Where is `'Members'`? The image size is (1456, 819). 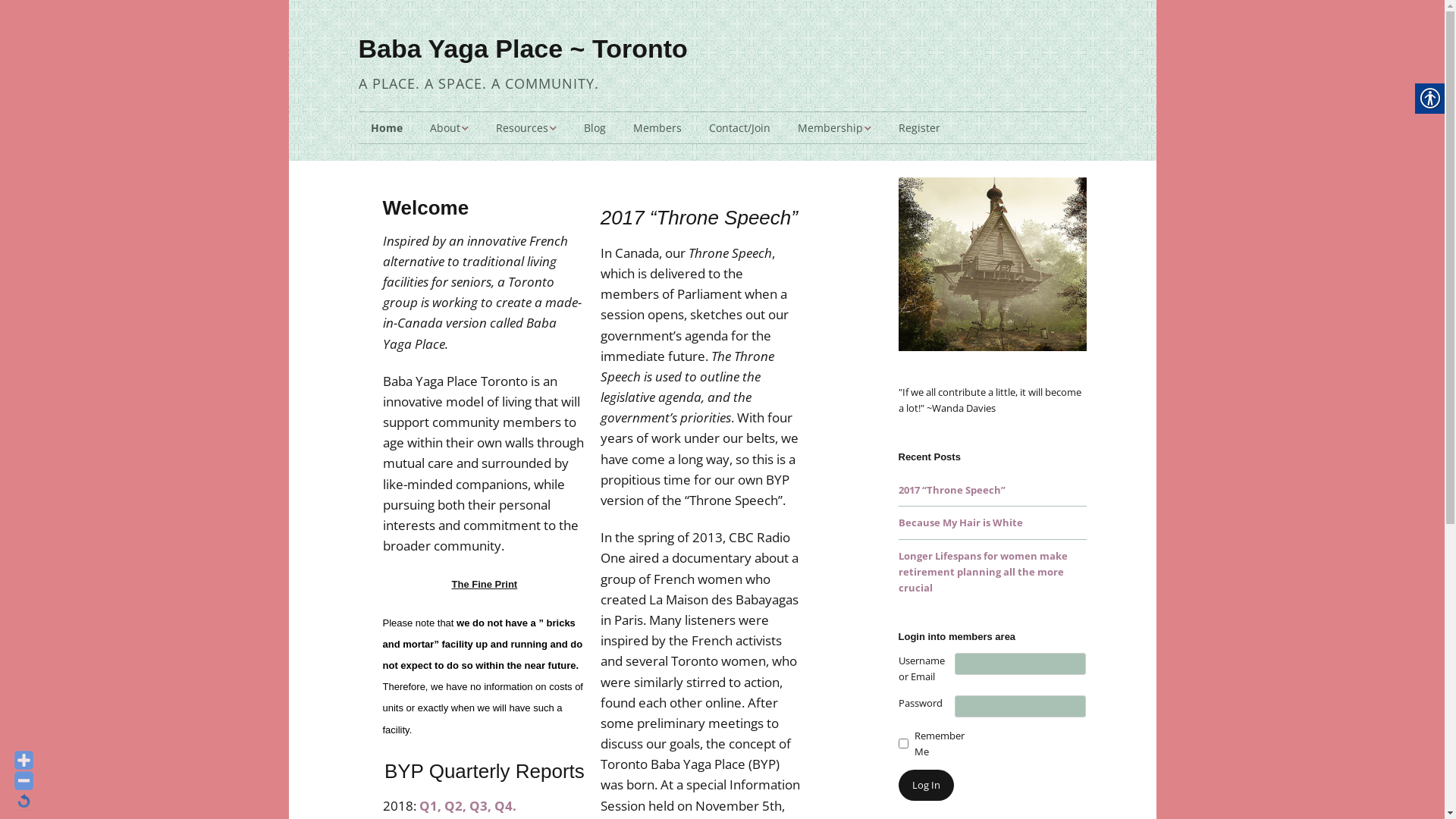
'Members' is located at coordinates (620, 127).